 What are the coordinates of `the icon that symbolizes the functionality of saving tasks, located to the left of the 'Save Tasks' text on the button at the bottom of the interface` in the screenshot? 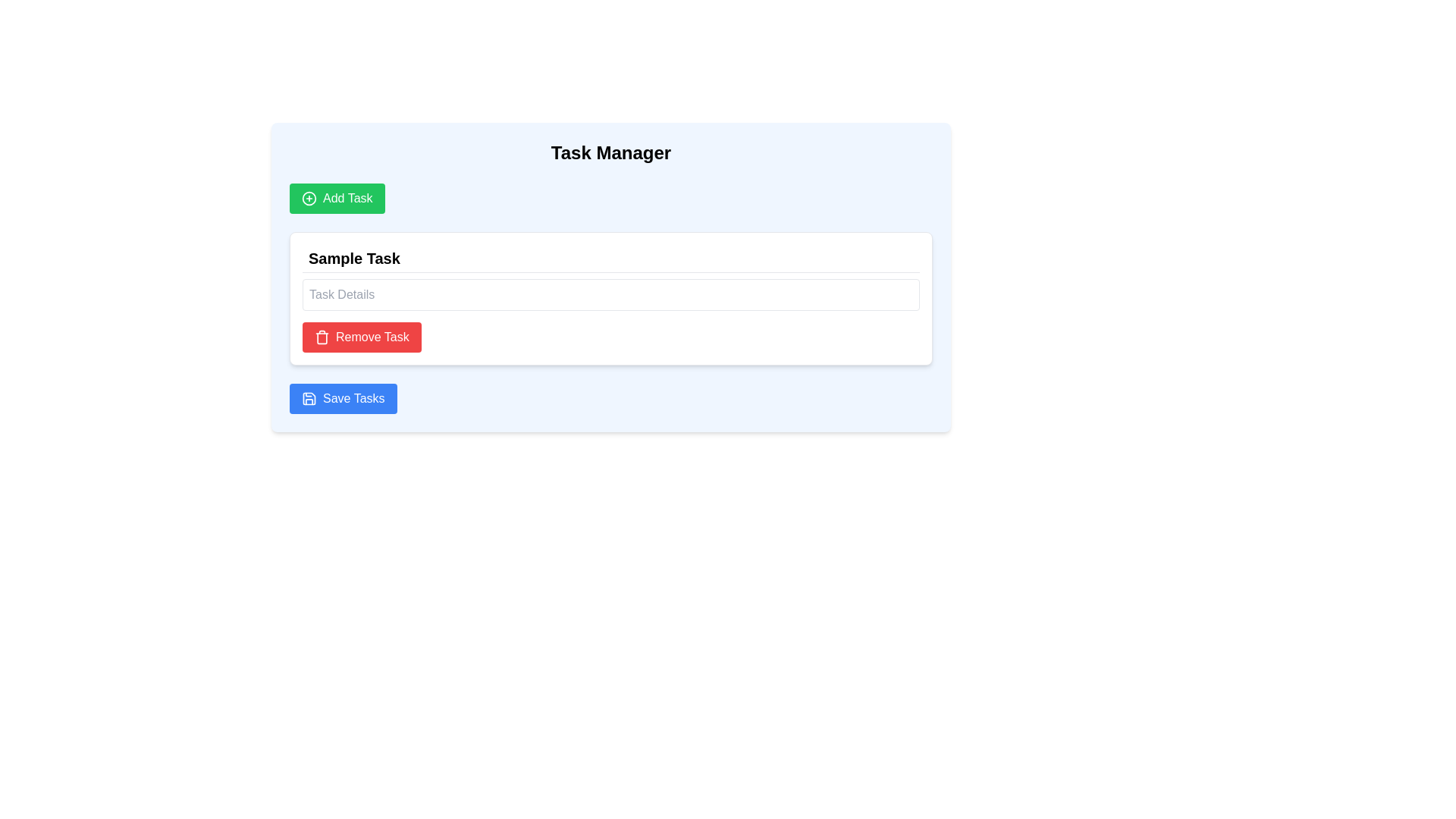 It's located at (309, 397).